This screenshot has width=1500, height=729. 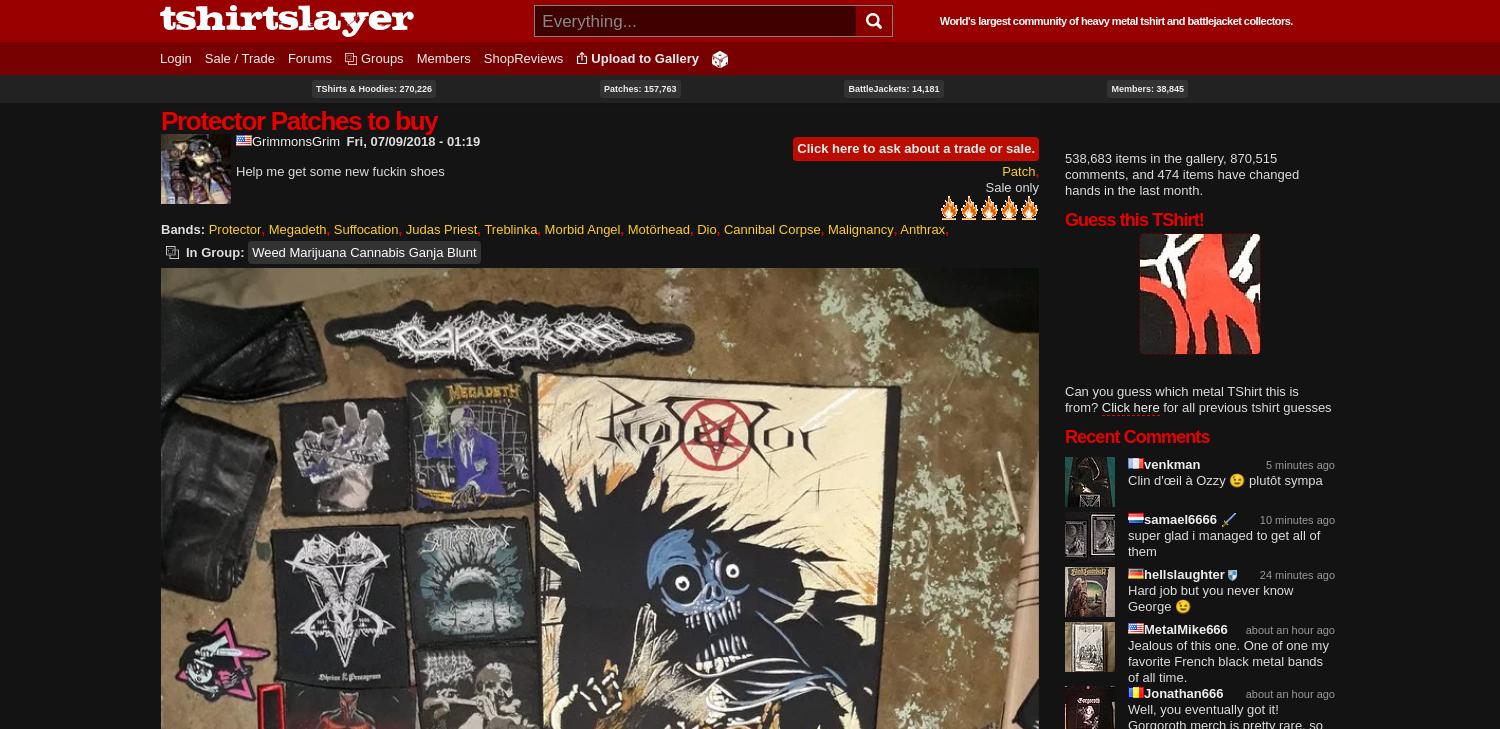 I want to click on 'Sale / Trade', so click(x=237, y=57).